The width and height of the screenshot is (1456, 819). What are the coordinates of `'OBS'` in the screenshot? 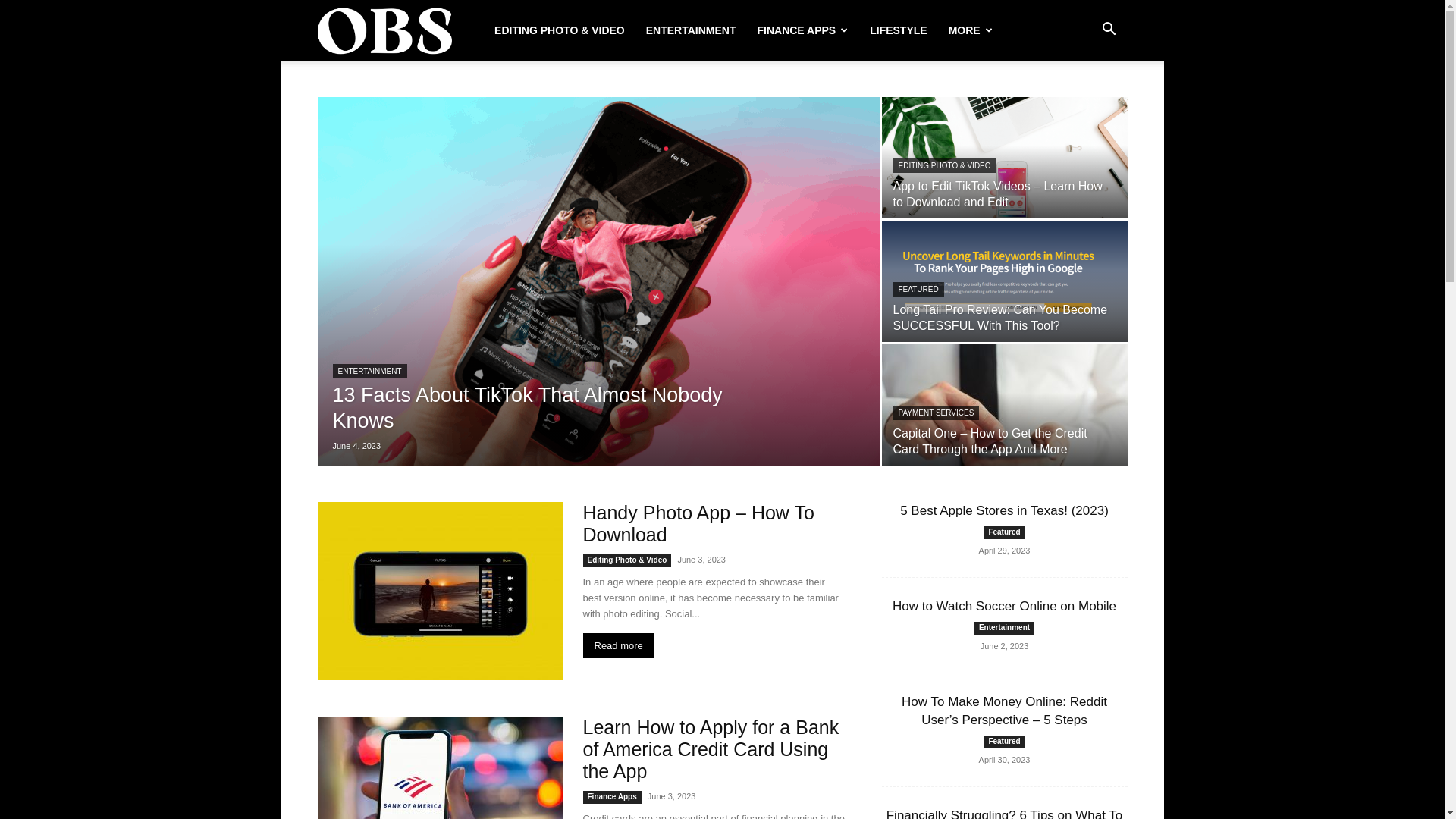 It's located at (384, 30).